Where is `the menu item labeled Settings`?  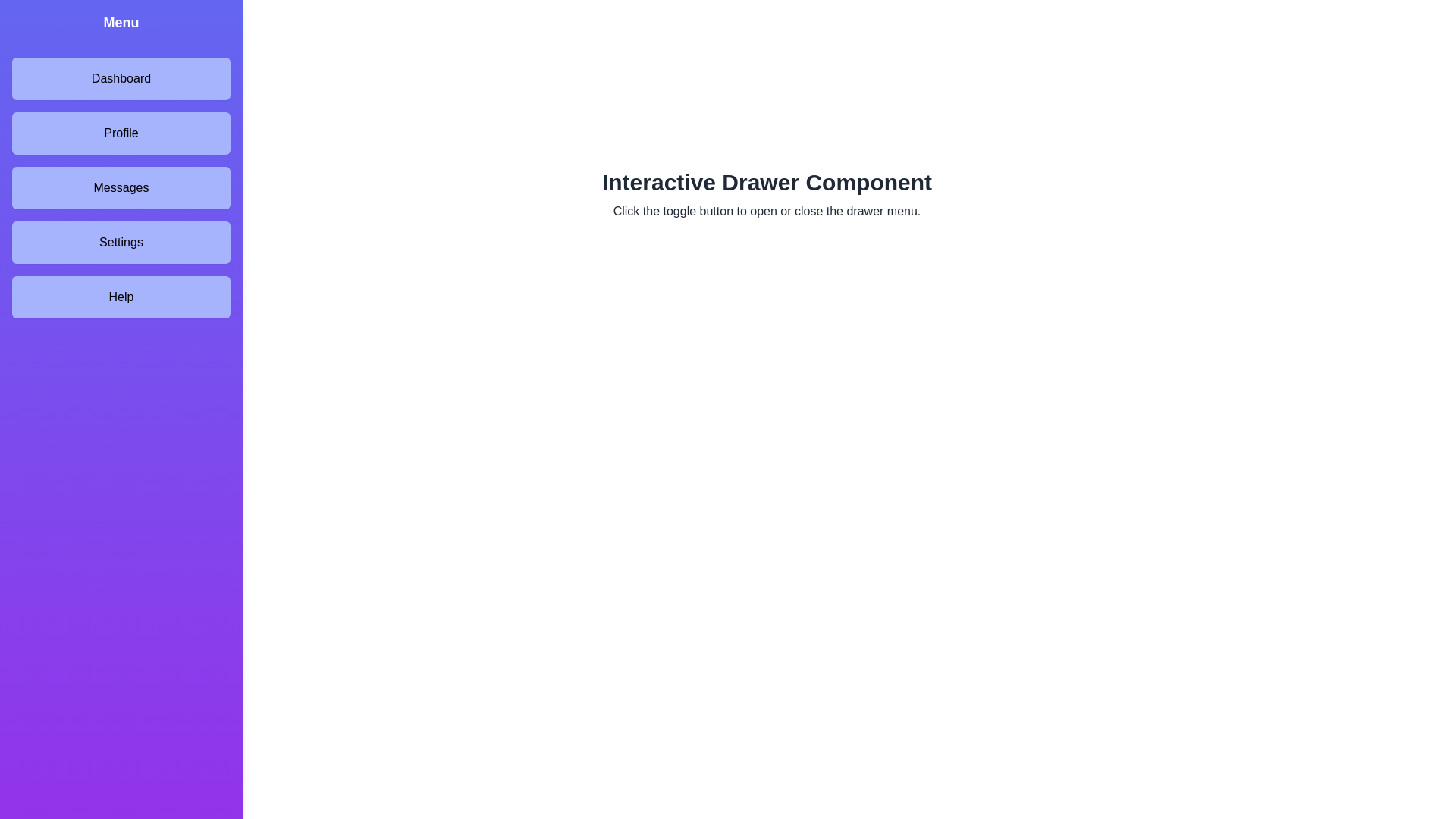 the menu item labeled Settings is located at coordinates (120, 242).